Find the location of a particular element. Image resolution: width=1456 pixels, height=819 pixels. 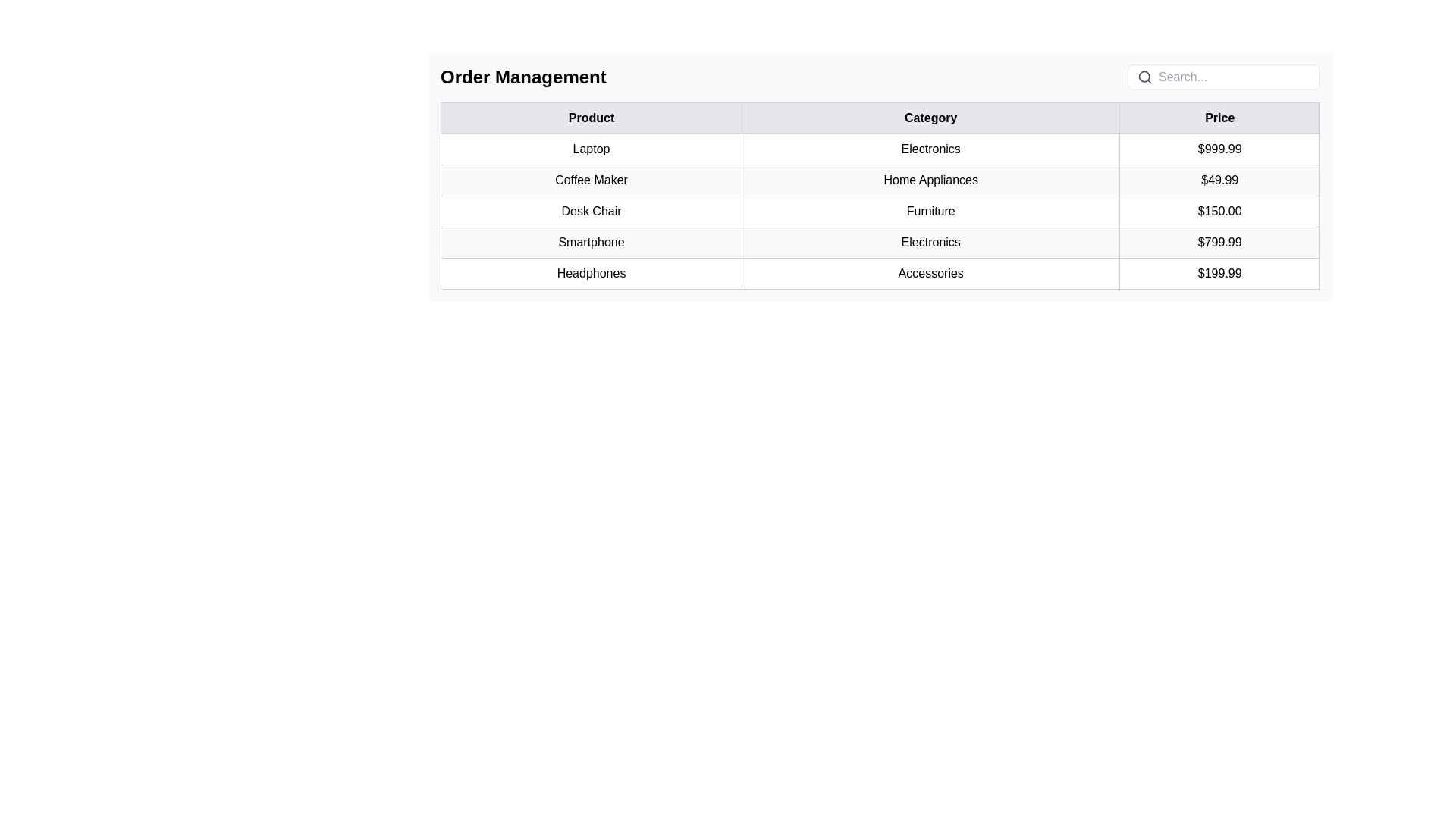

the 'Electronics' label in the category column for the 'Smartphone' entry in the table is located at coordinates (930, 242).